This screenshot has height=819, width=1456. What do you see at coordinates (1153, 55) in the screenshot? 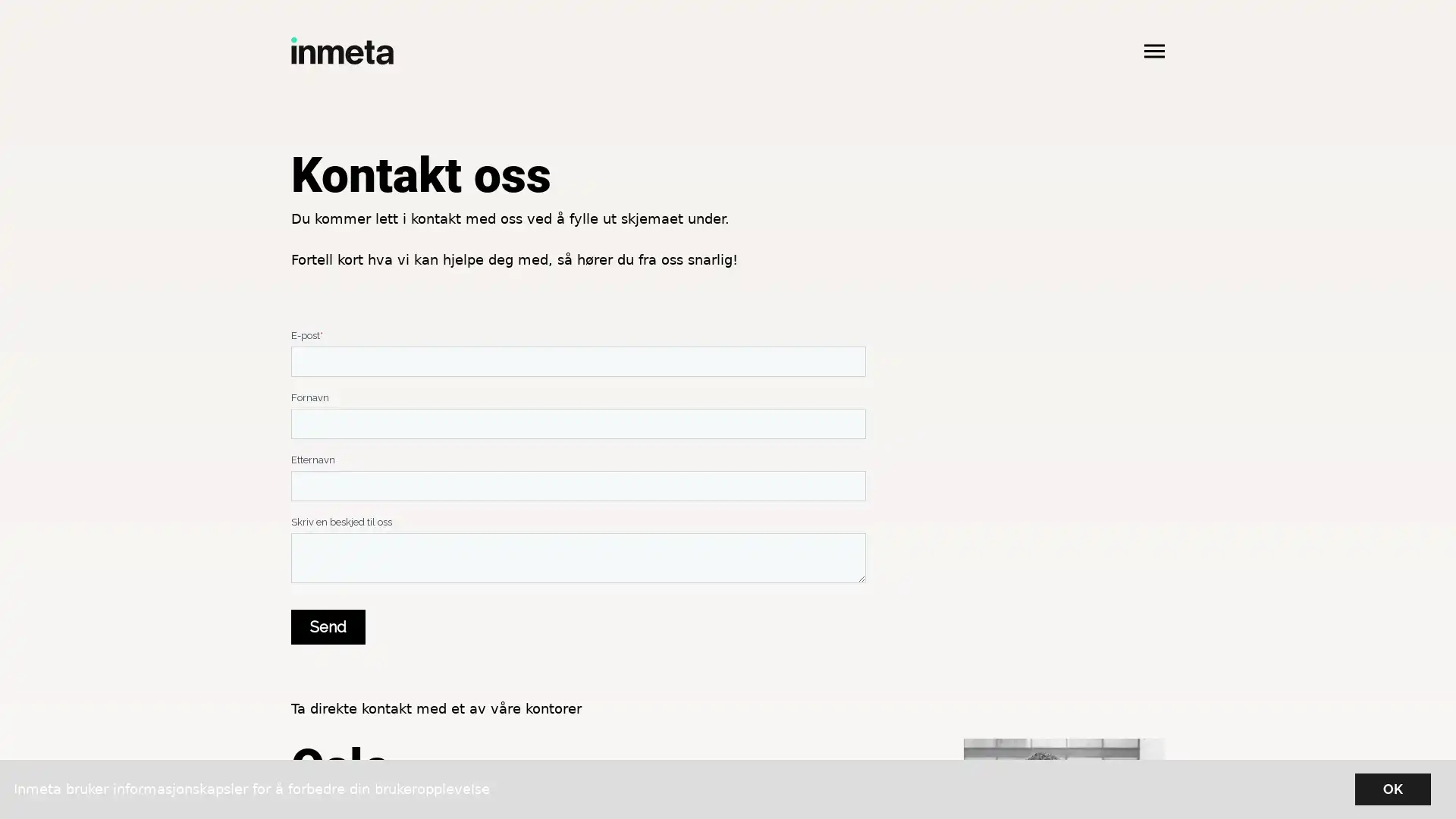
I see `Apne hovedmeny` at bounding box center [1153, 55].